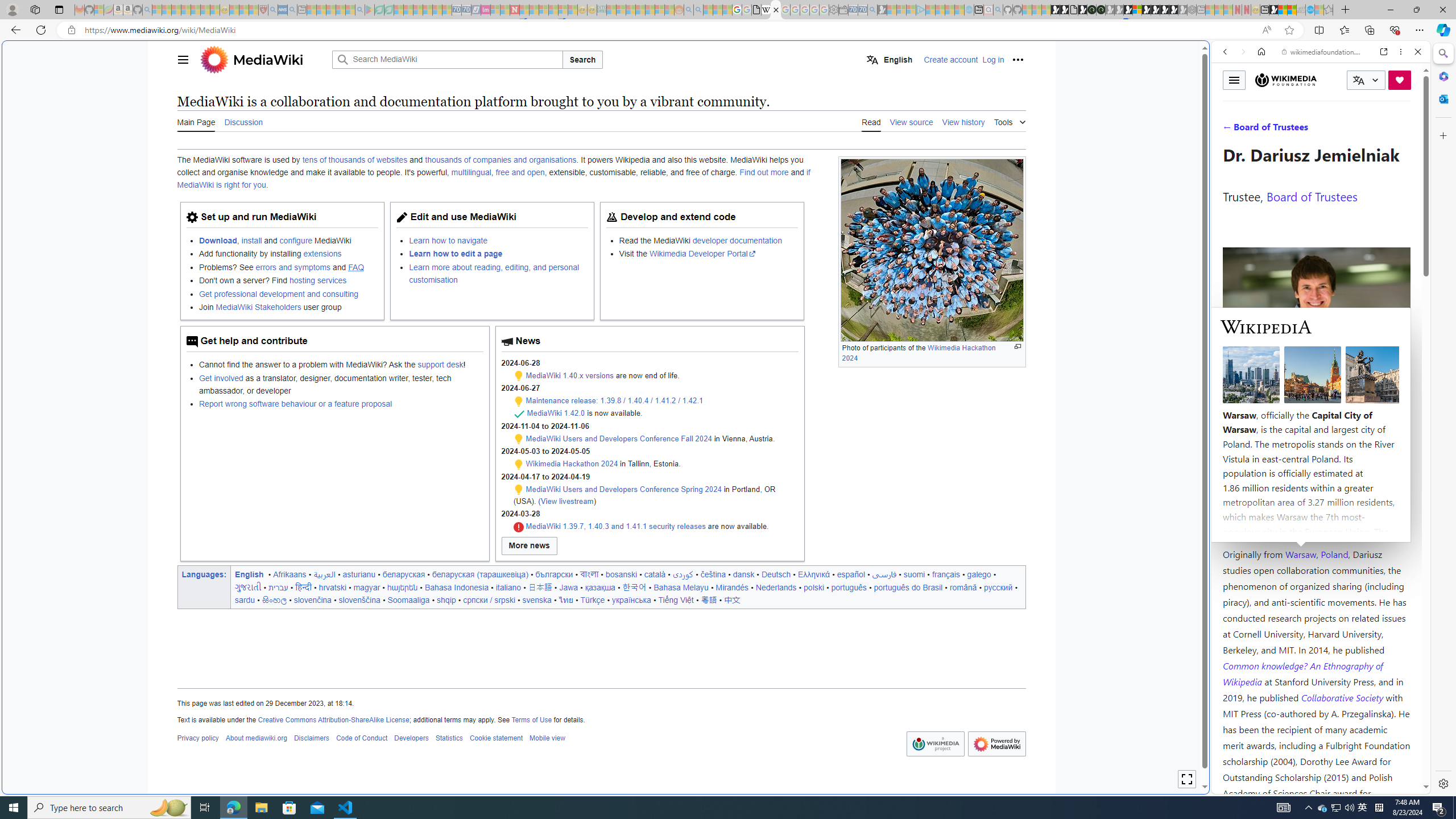 The height and width of the screenshot is (819, 1456). Describe the element at coordinates (1316, 380) in the screenshot. I see `'Wiktionary'` at that location.